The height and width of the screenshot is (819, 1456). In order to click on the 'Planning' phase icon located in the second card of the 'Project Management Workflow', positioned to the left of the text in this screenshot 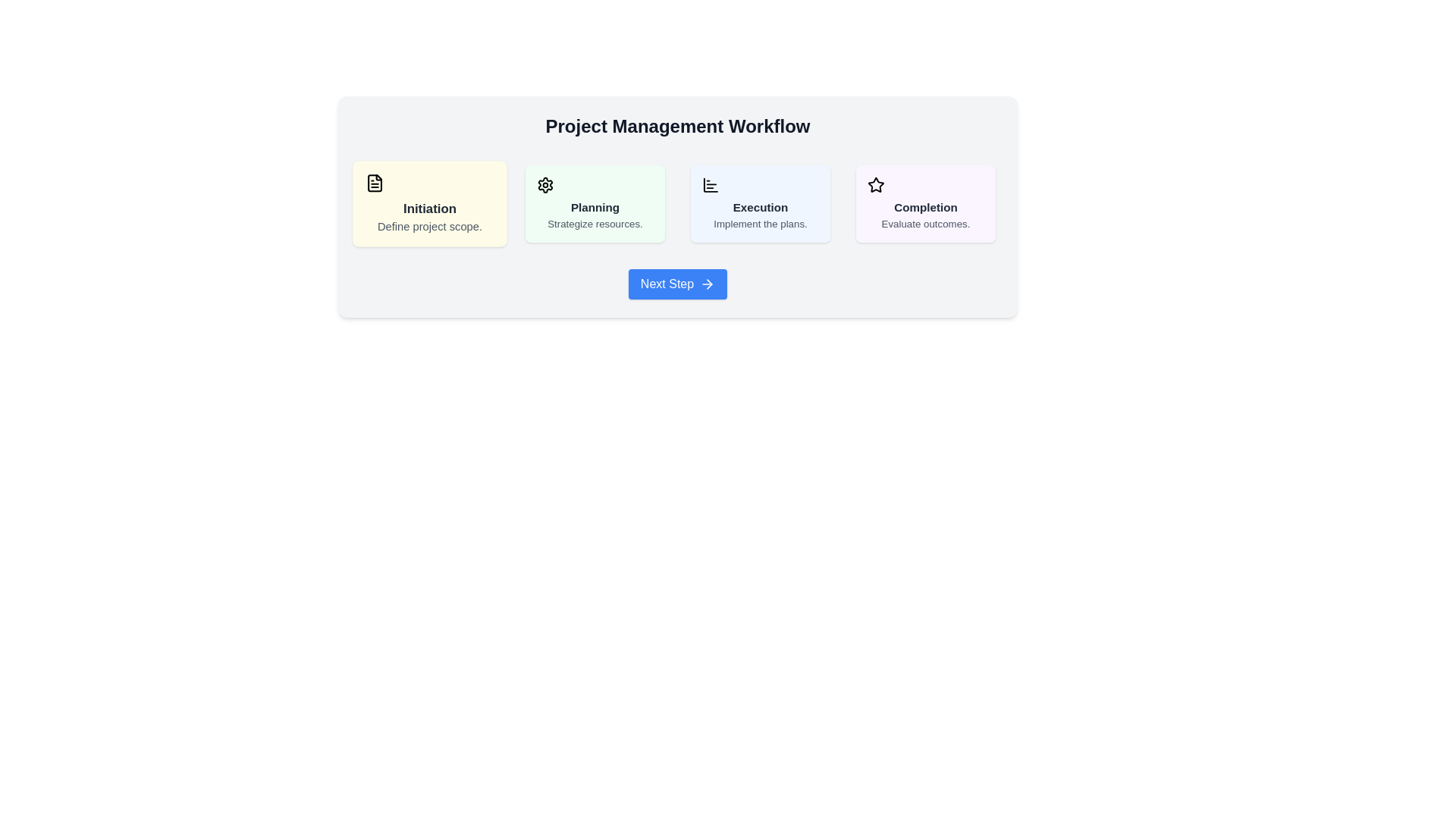, I will do `click(545, 184)`.